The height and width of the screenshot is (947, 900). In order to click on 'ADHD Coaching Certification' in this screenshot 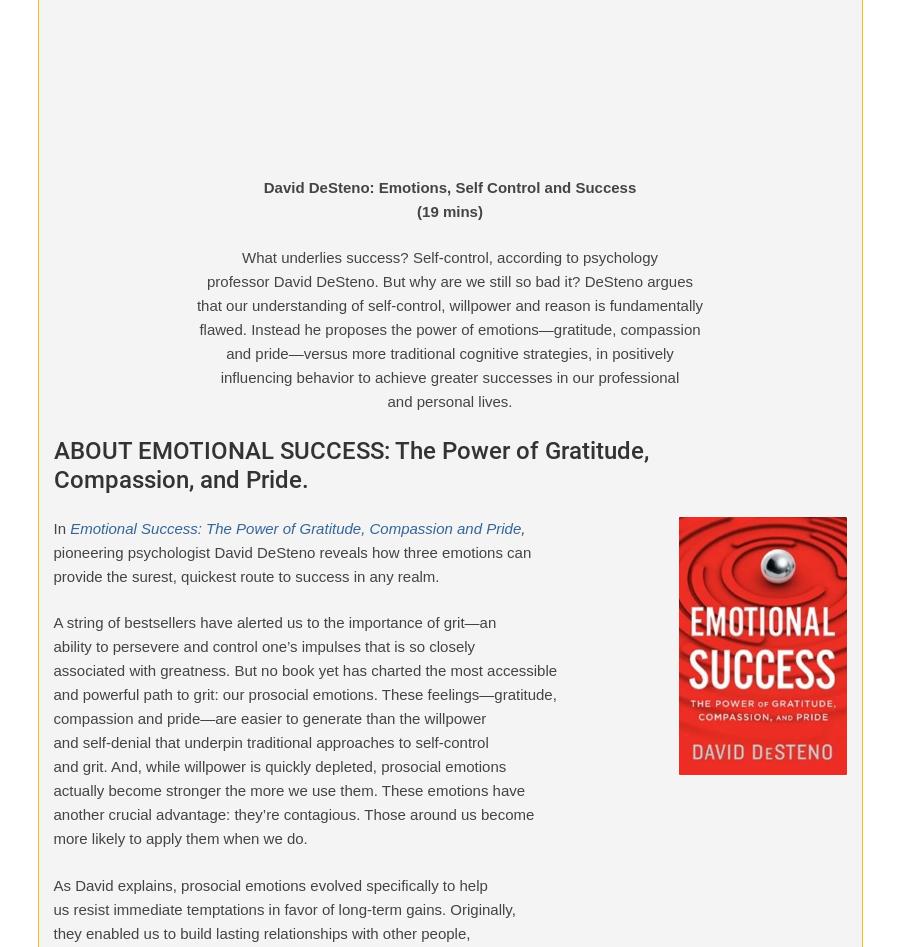, I will do `click(151, 421)`.